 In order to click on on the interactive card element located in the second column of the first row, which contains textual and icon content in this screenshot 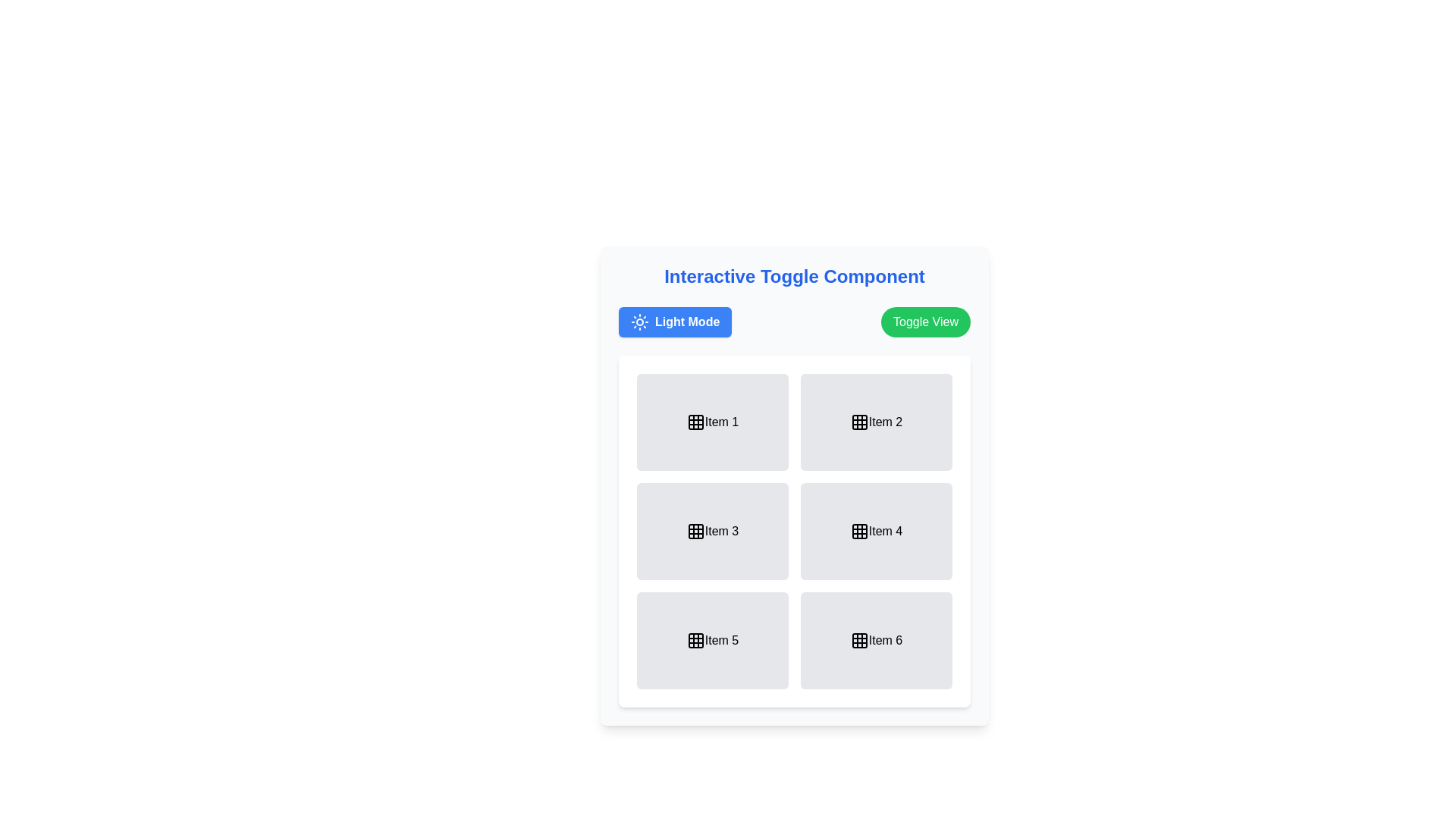, I will do `click(877, 422)`.